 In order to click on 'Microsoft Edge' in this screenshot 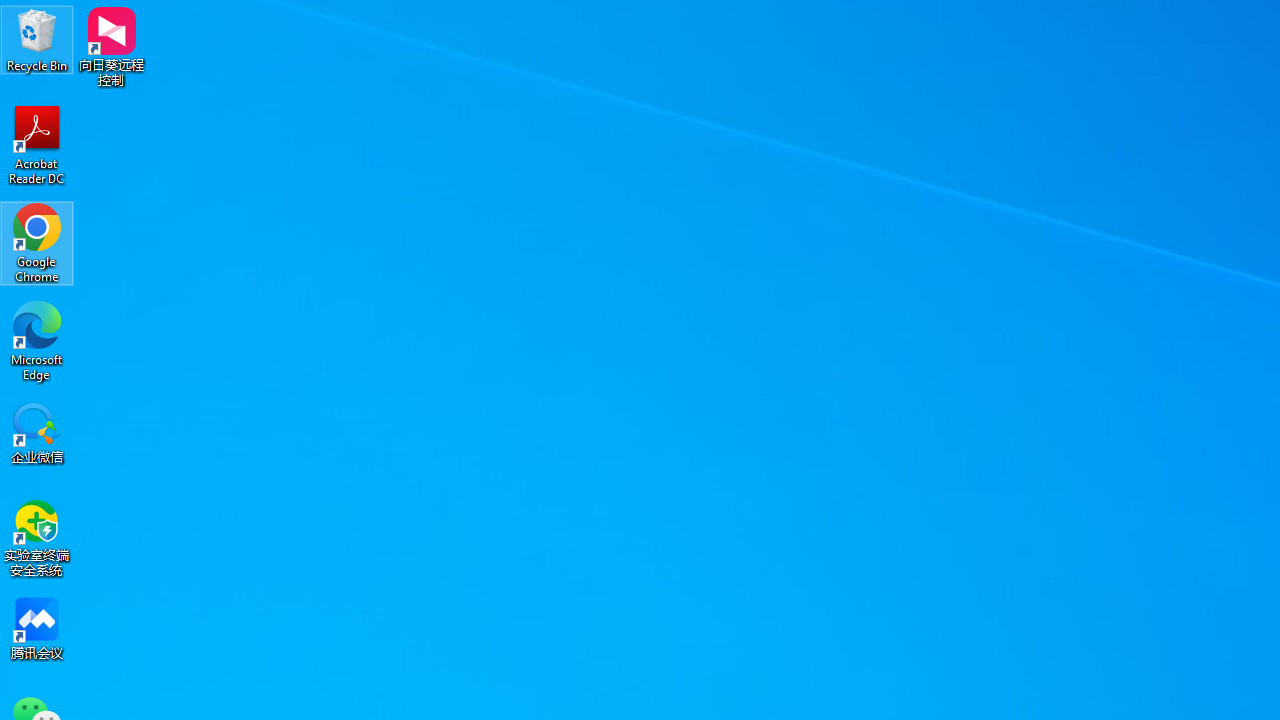, I will do `click(37, 340)`.